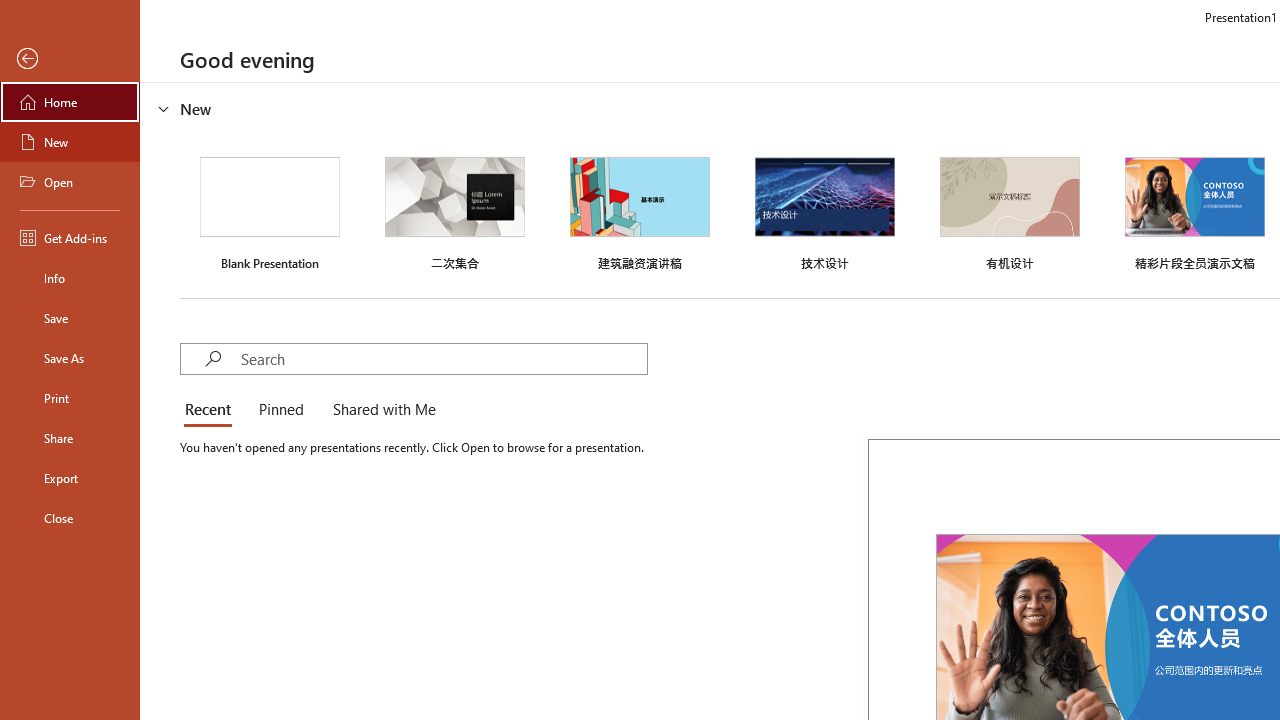 The image size is (1280, 720). Describe the element at coordinates (69, 58) in the screenshot. I see `'Back'` at that location.